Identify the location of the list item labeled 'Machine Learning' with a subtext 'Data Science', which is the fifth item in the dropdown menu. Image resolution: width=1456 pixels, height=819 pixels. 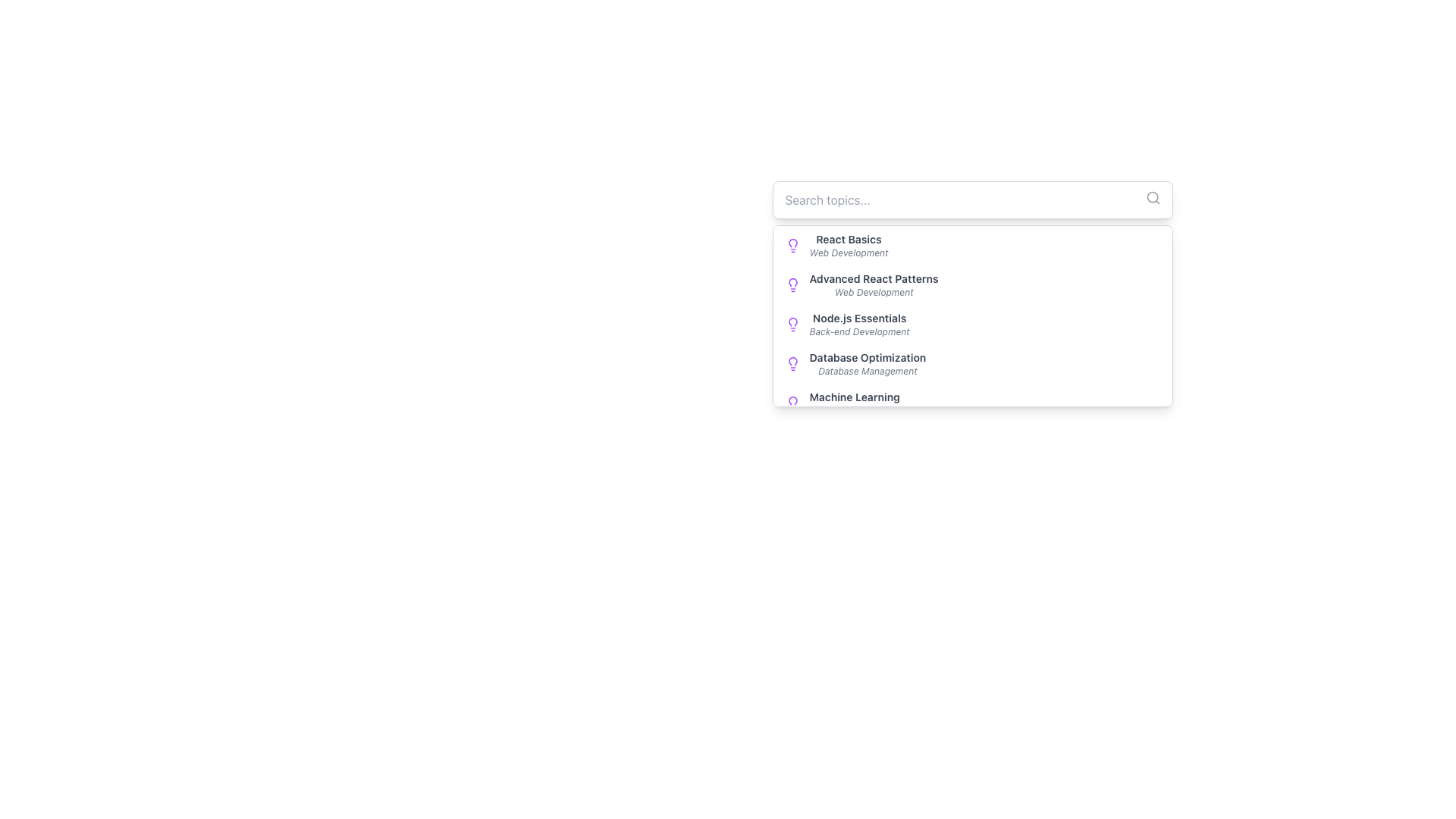
(855, 403).